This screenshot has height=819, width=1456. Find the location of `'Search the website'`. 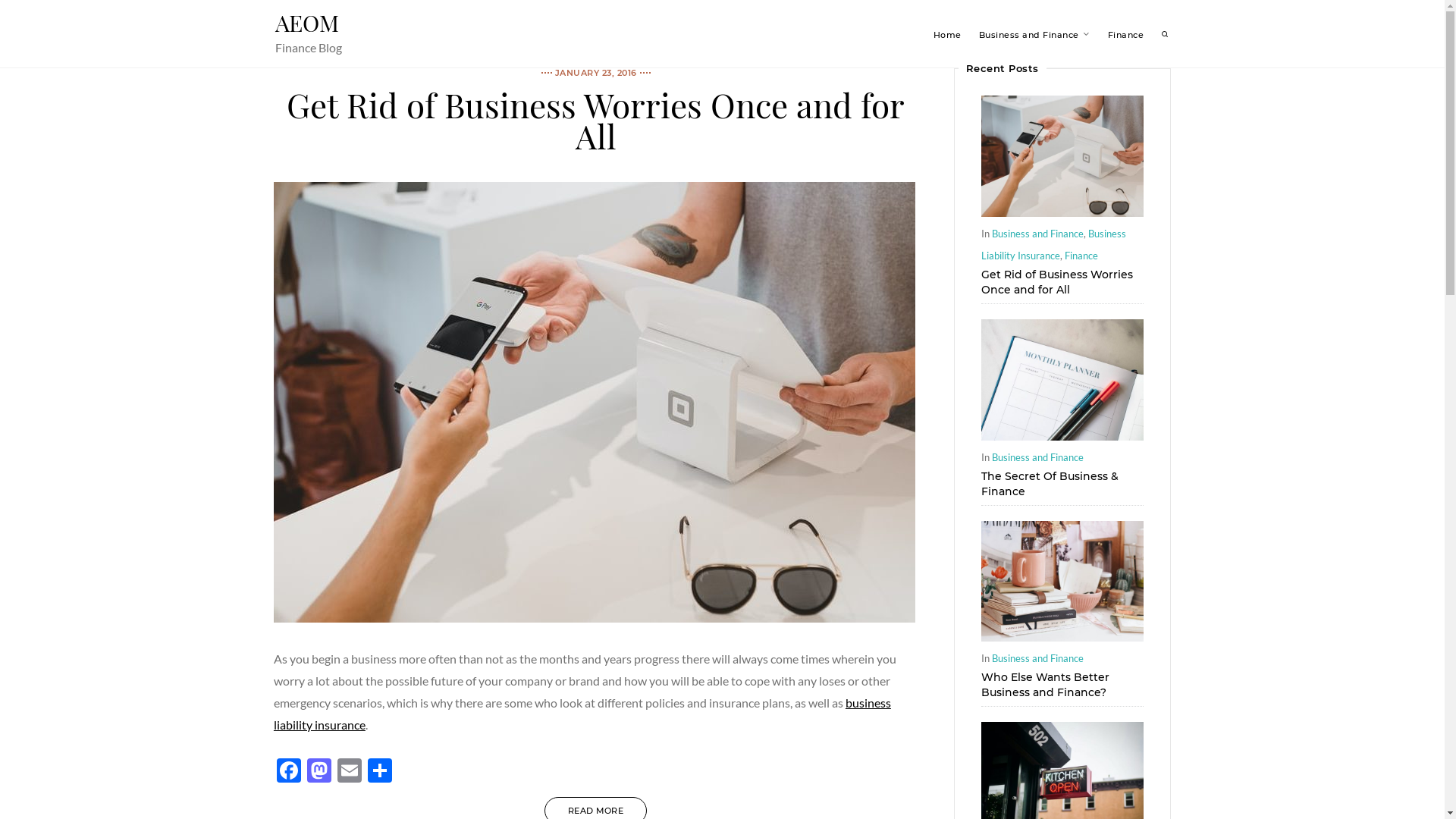

'Search the website' is located at coordinates (1164, 34).